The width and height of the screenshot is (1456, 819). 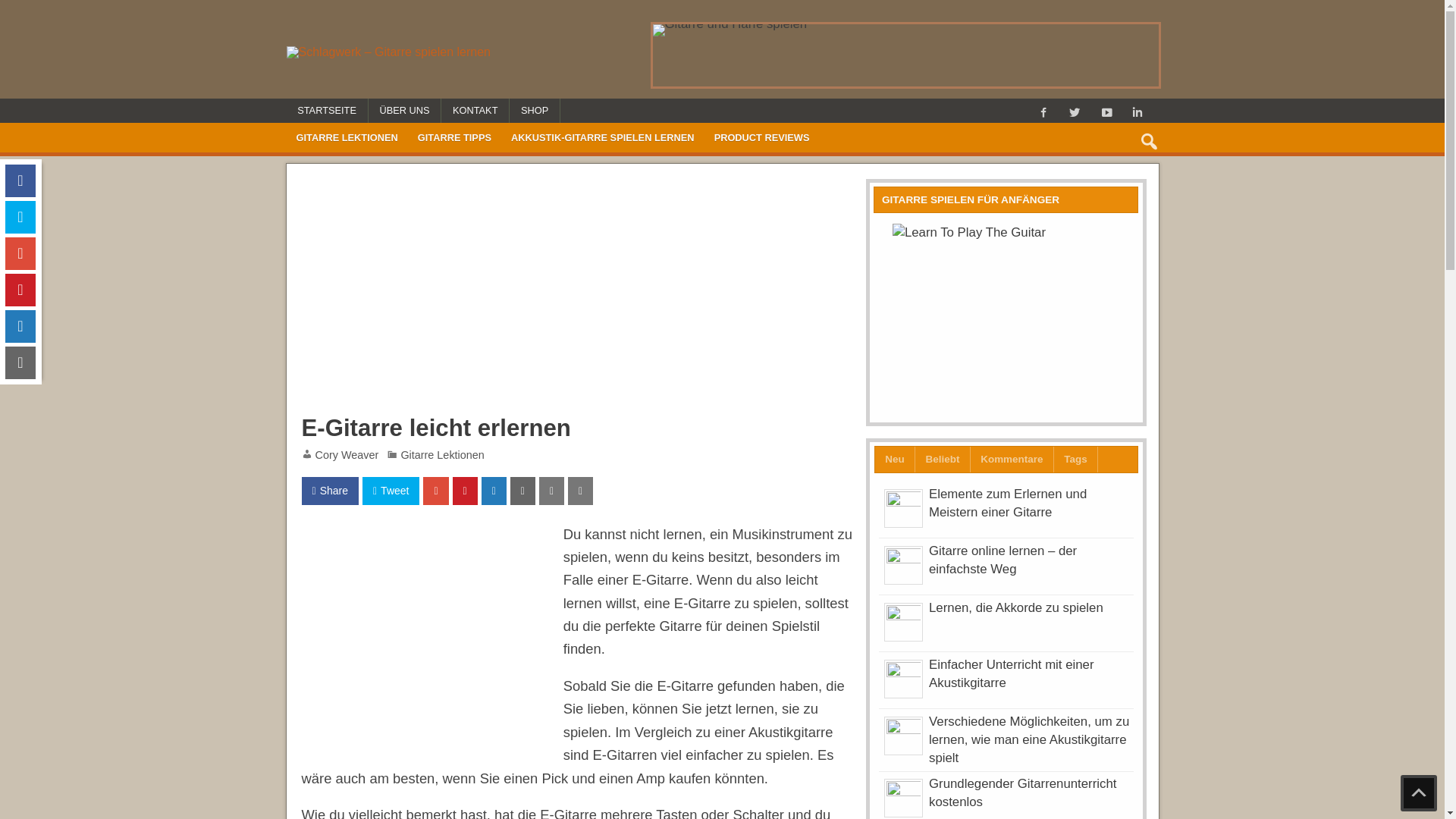 I want to click on 'Tweet', so click(x=391, y=491).